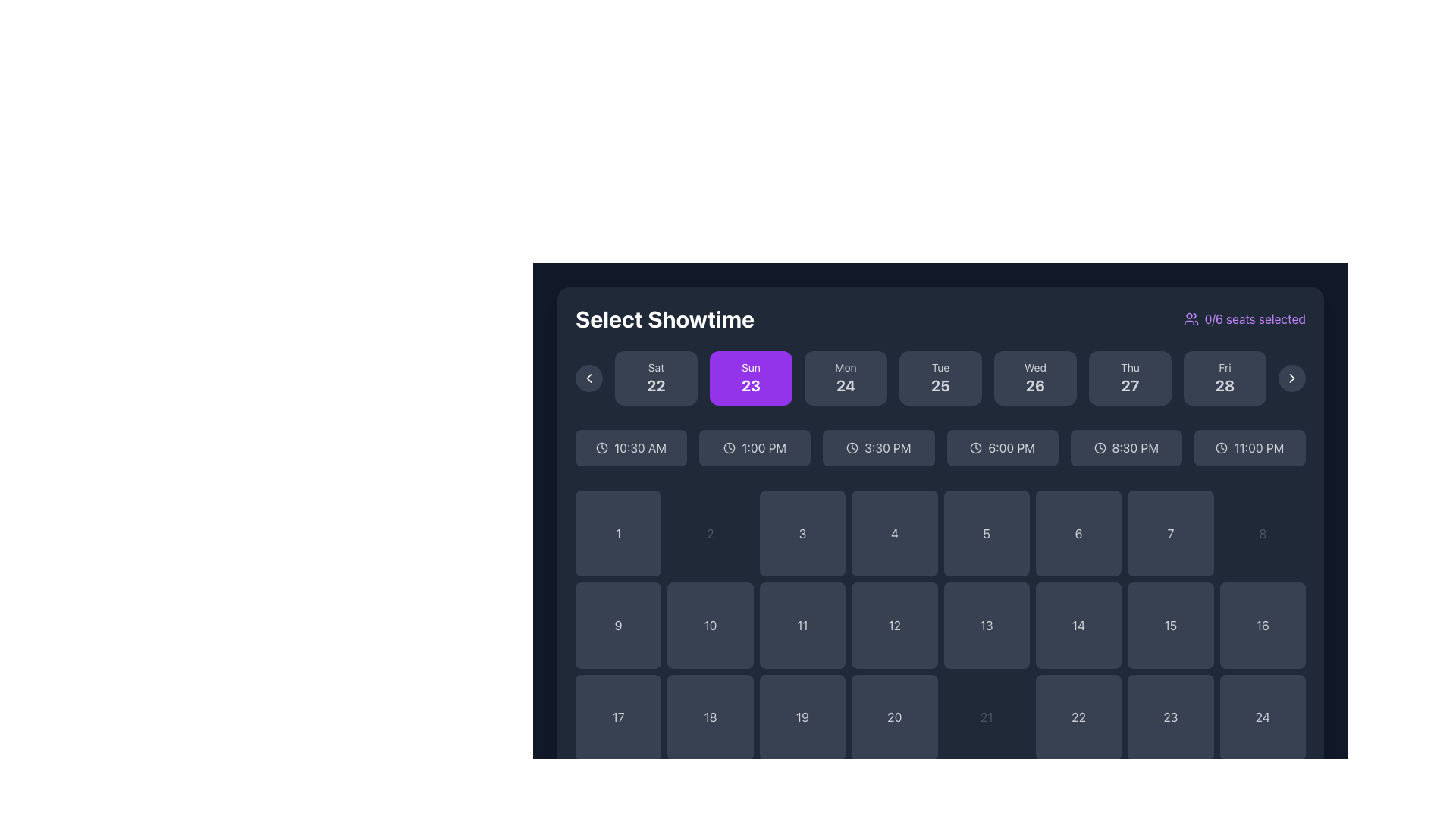 The width and height of the screenshot is (1456, 819). What do you see at coordinates (802, 717) in the screenshot?
I see `the square-shaped button displaying the number '19' with a dark gray background` at bounding box center [802, 717].